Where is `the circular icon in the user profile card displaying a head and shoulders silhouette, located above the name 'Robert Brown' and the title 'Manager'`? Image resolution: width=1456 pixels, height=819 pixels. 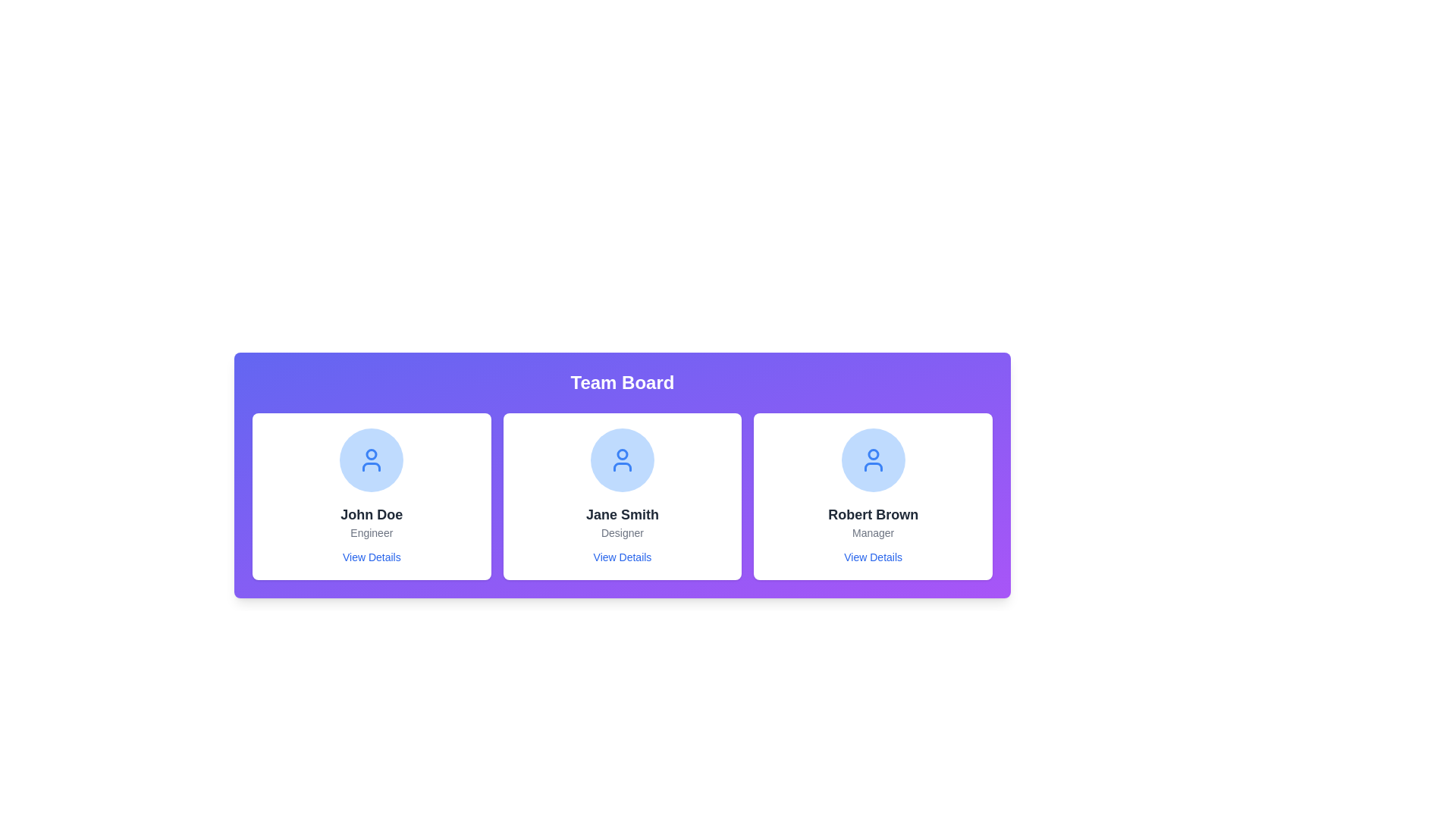
the circular icon in the user profile card displaying a head and shoulders silhouette, located above the name 'Robert Brown' and the title 'Manager' is located at coordinates (873, 453).